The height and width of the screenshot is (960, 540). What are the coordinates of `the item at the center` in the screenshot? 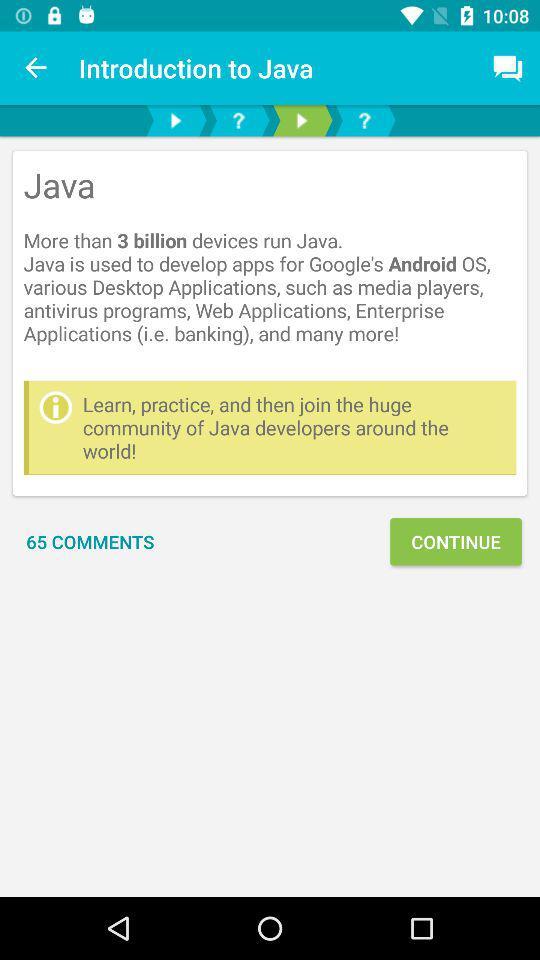 It's located at (293, 427).